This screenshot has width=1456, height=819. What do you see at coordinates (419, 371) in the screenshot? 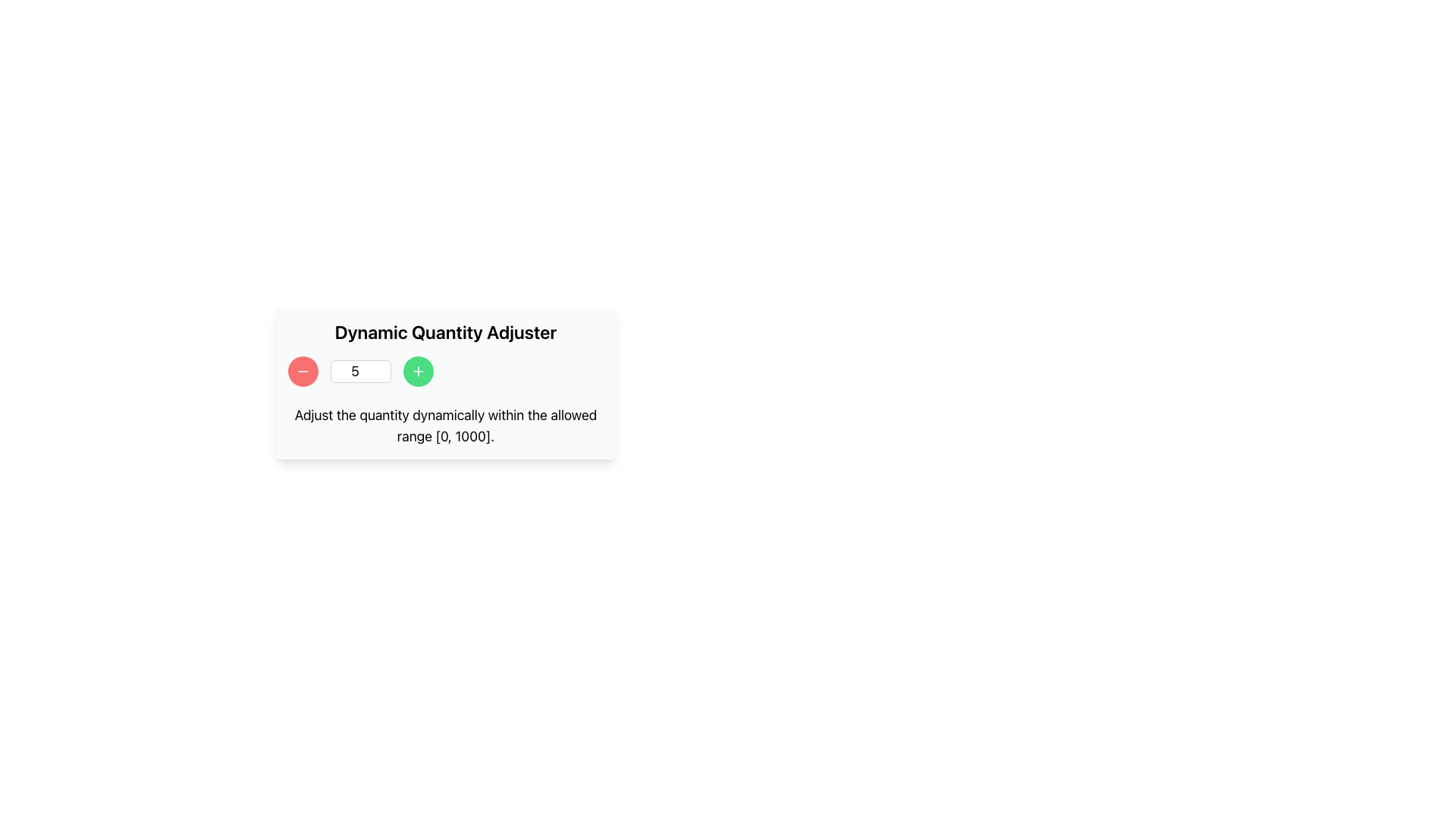
I see `the green circular button icon that indicates an action to increase or add to the current value associated with the 'Dynamic Quantity Adjuster'` at bounding box center [419, 371].